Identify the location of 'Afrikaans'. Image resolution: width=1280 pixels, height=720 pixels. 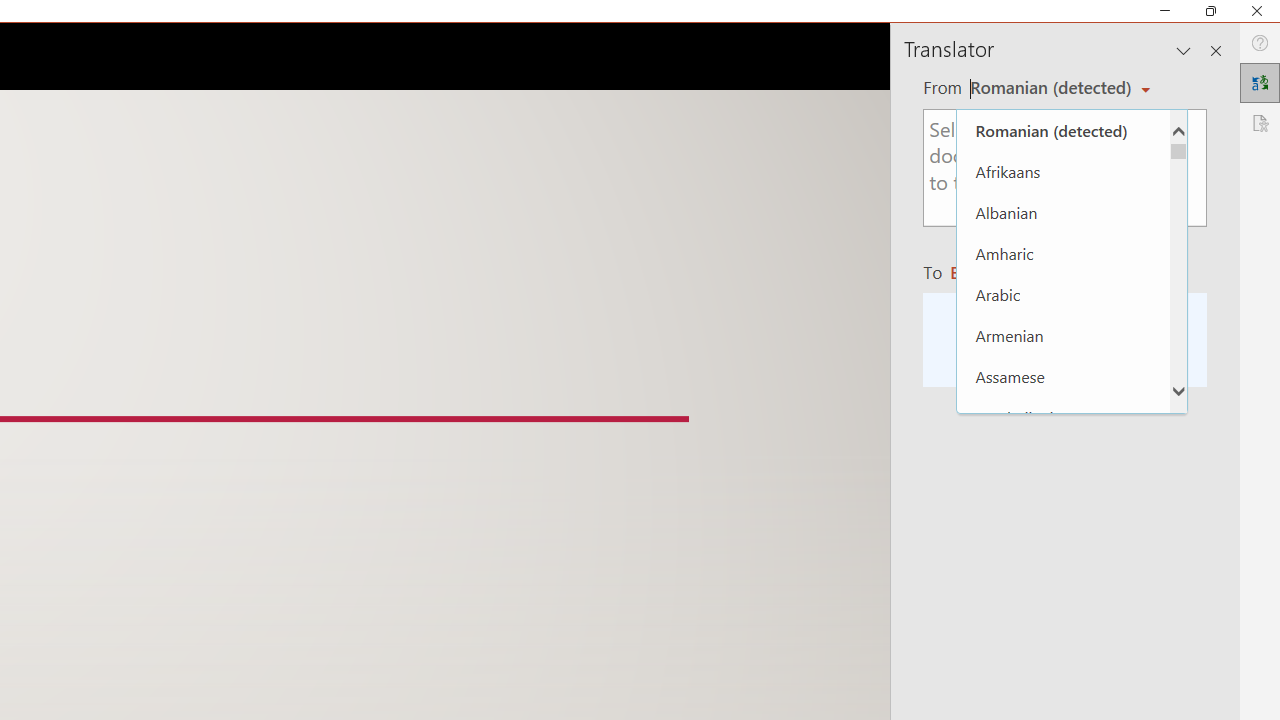
(1062, 170).